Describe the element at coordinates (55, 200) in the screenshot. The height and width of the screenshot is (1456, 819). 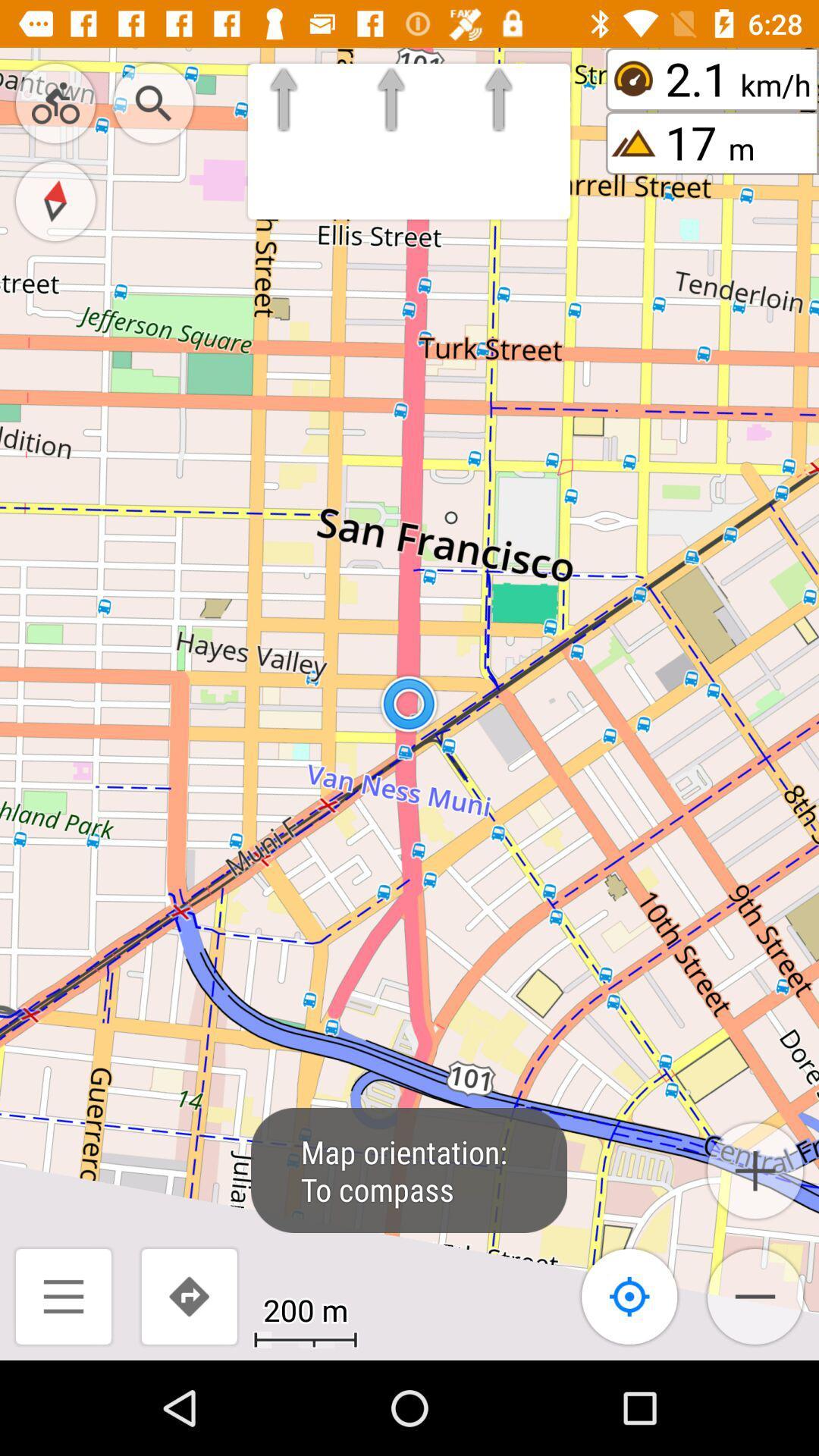
I see `the explore icon` at that location.